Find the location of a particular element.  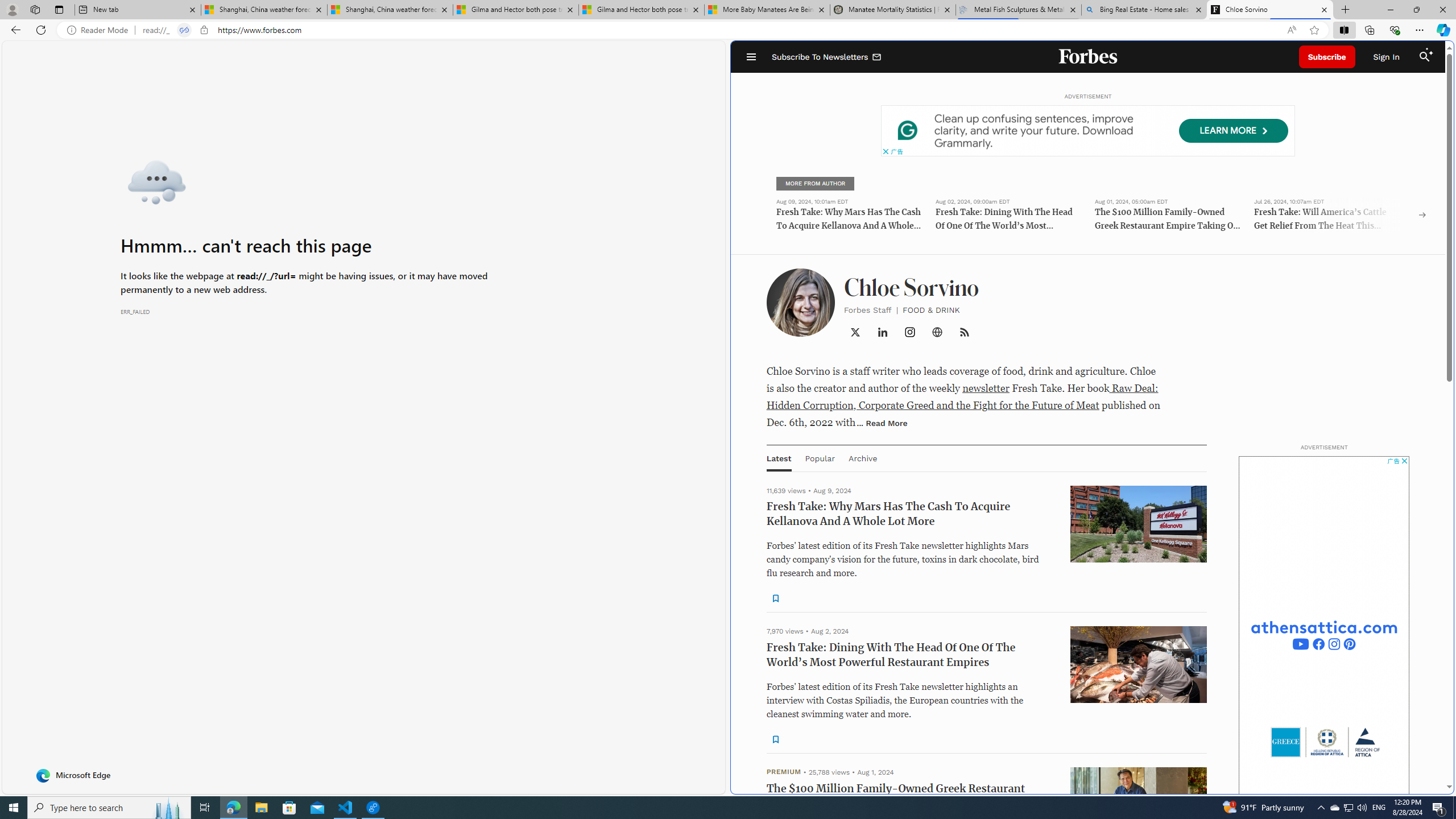

'Open Navigation Menu' is located at coordinates (751, 56).